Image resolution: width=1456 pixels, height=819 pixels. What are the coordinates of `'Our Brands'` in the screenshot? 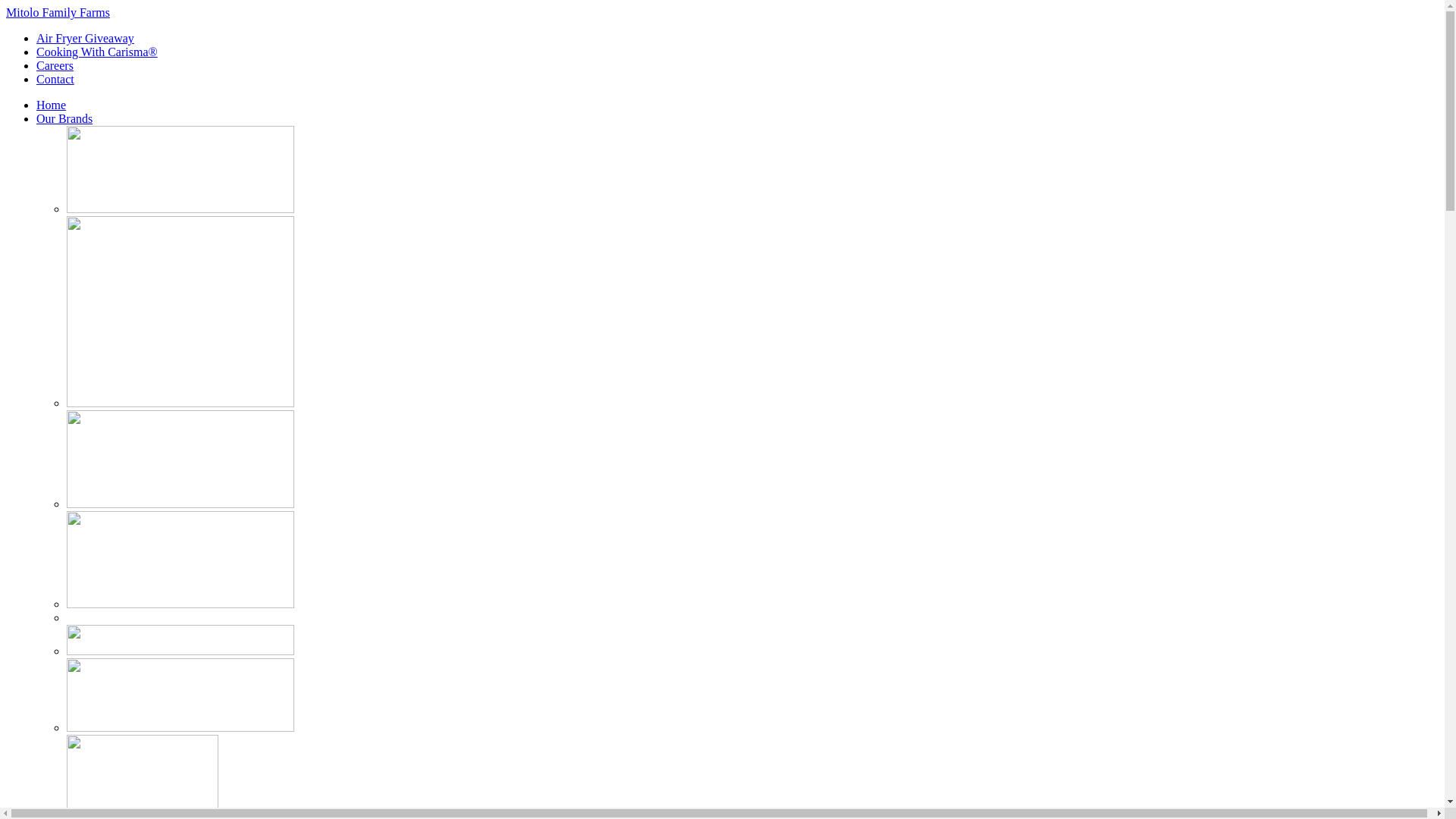 It's located at (64, 118).